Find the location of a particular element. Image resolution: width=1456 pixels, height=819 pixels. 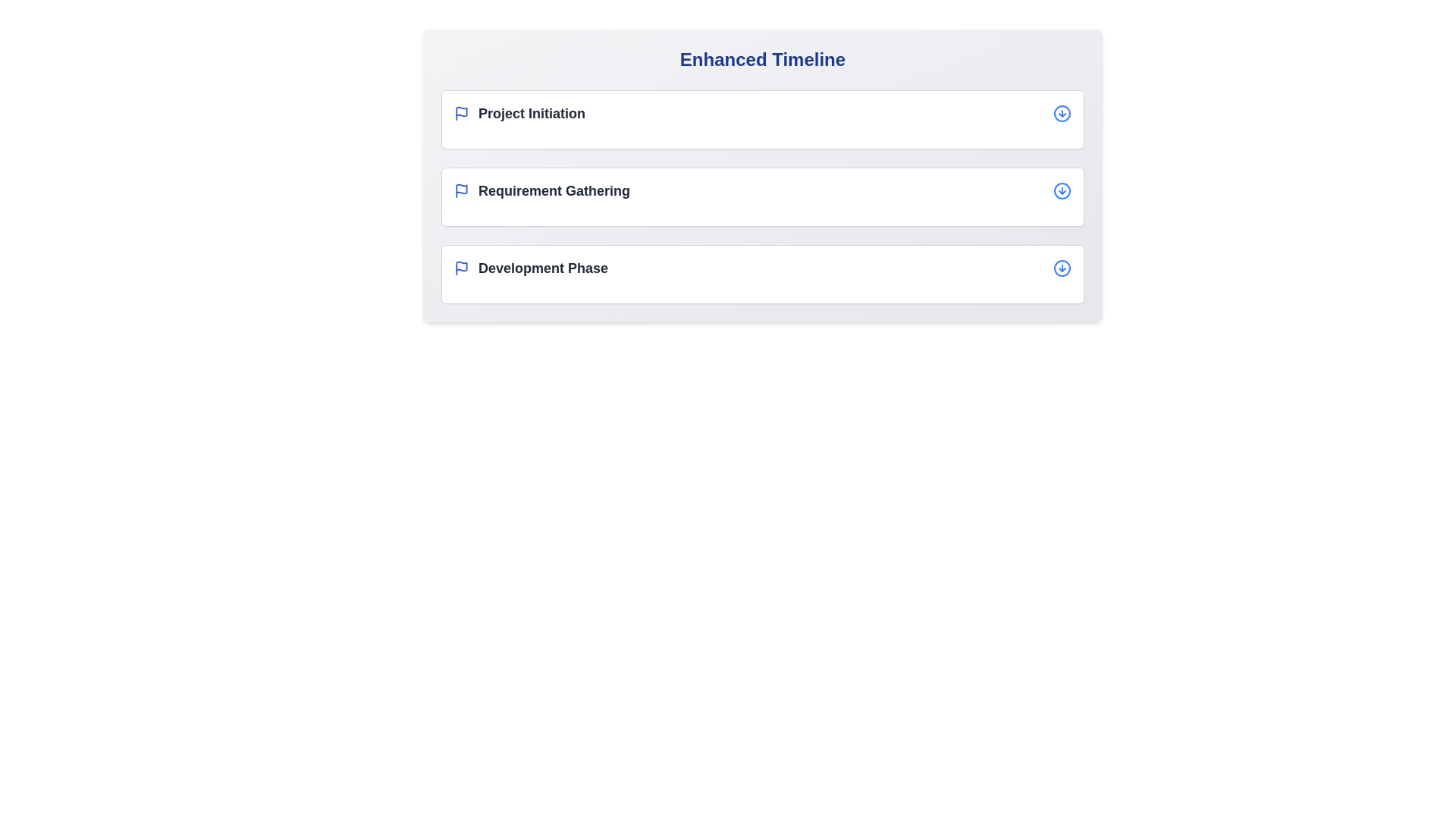

the 'Project Initiation' label, which features a bold black text and a blue flag icon, to read more information is located at coordinates (519, 113).